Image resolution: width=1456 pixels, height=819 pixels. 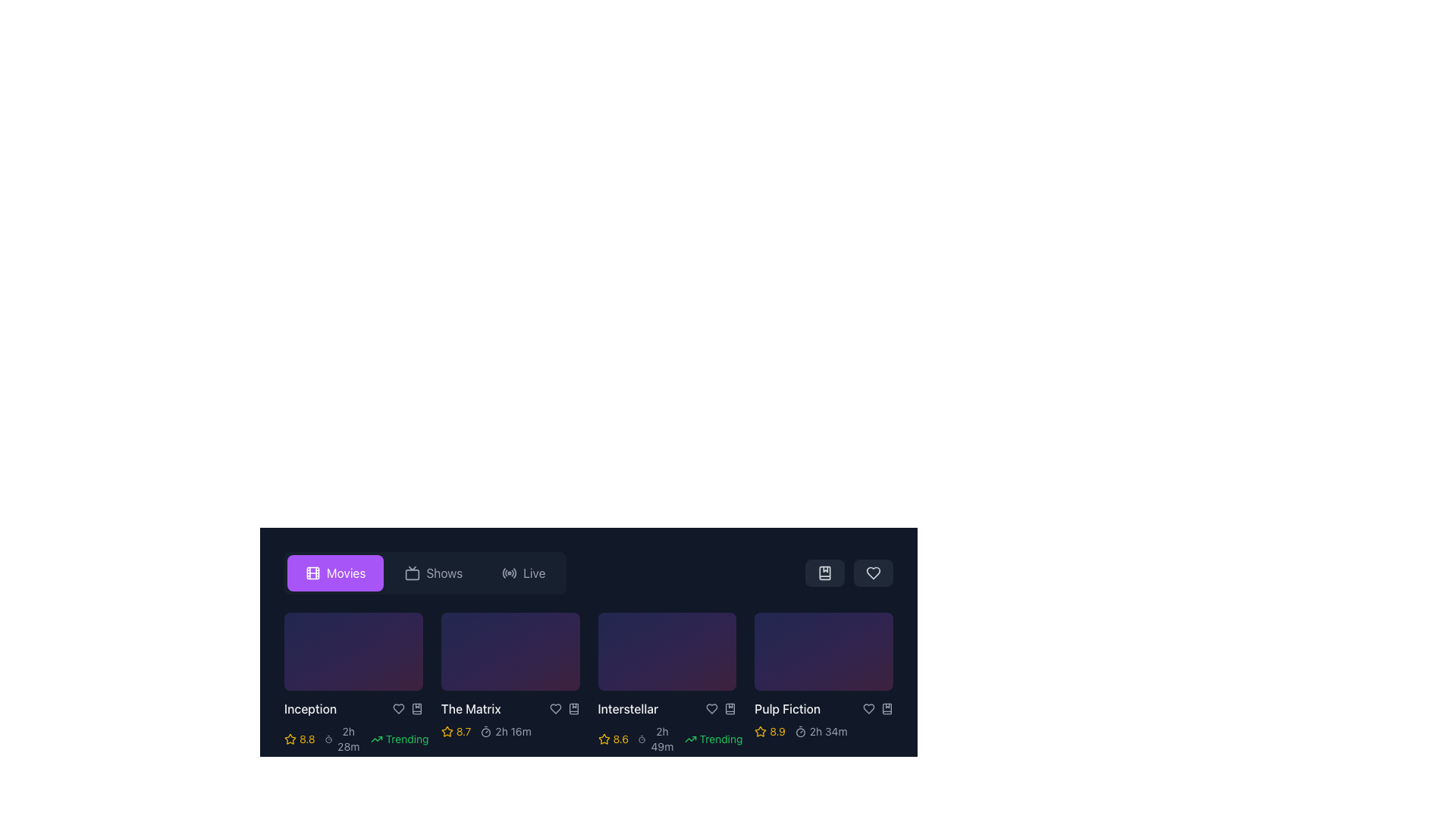 I want to click on the non-interactive green 'Trending' label with an upward arrow icon, which is located at the rightmost position of the movie card interface, so click(x=712, y=738).